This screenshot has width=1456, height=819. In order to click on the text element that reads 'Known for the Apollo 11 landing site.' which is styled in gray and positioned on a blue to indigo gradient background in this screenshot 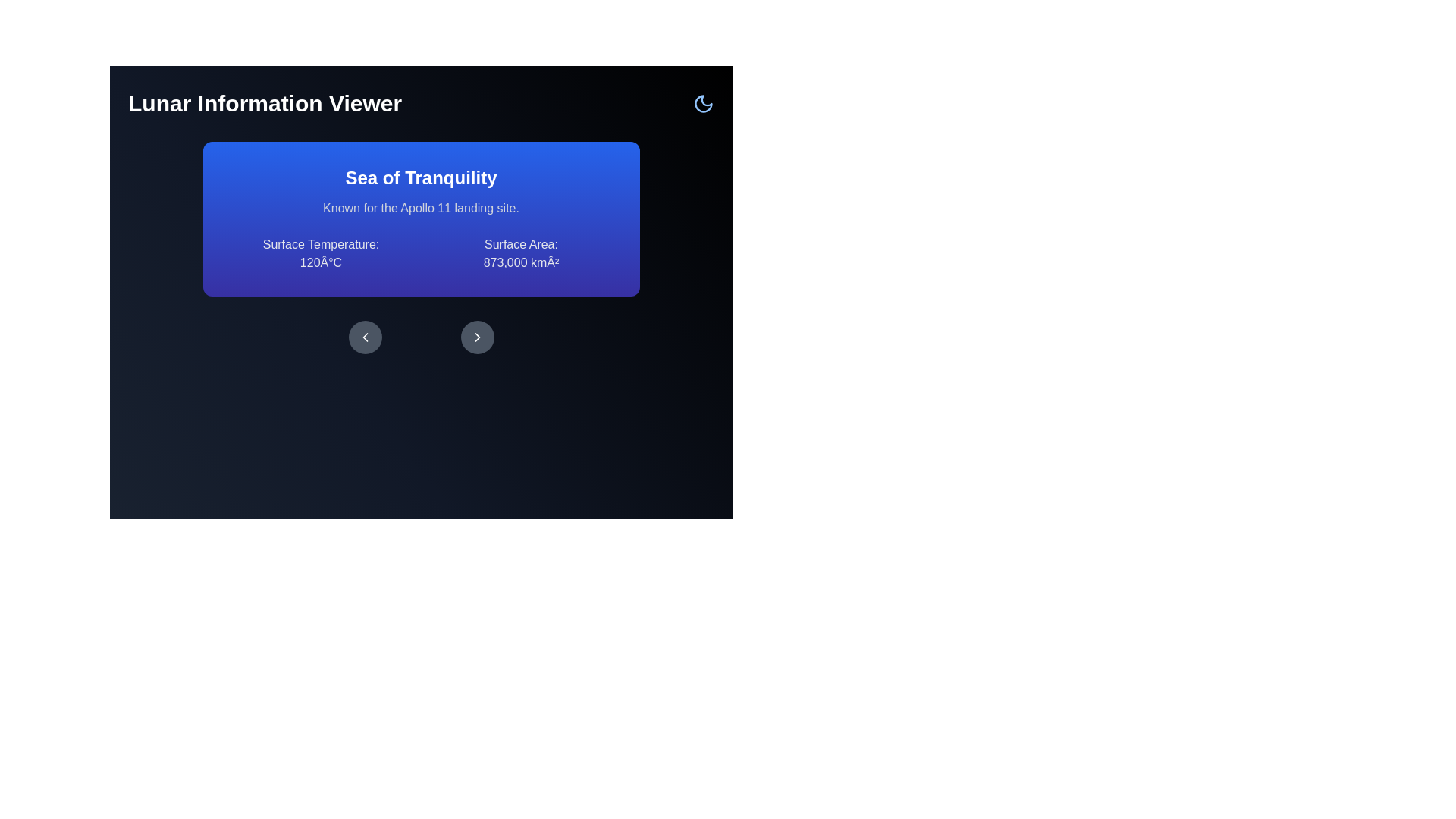, I will do `click(421, 208)`.